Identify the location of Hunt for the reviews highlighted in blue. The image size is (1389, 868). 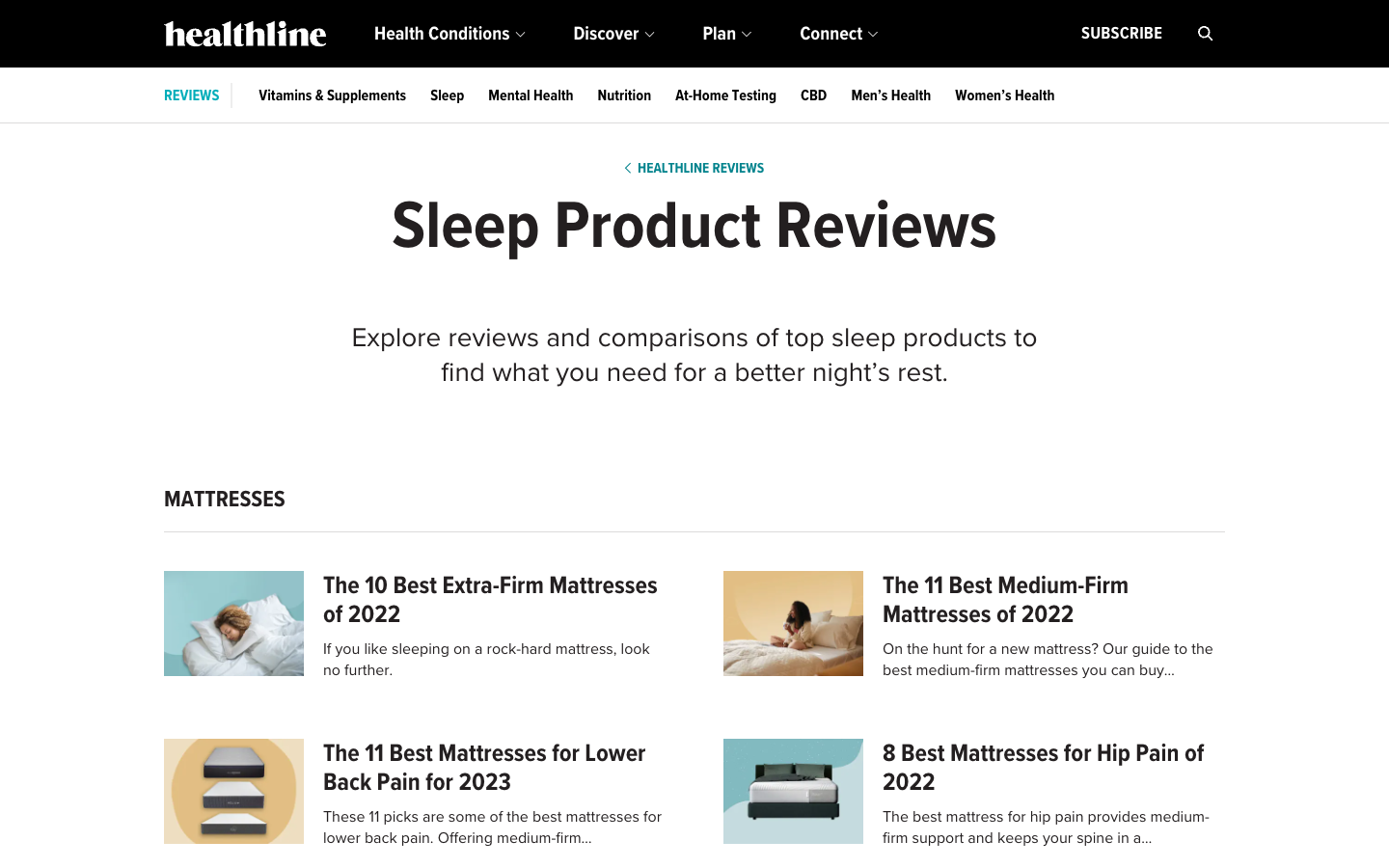
(191, 95).